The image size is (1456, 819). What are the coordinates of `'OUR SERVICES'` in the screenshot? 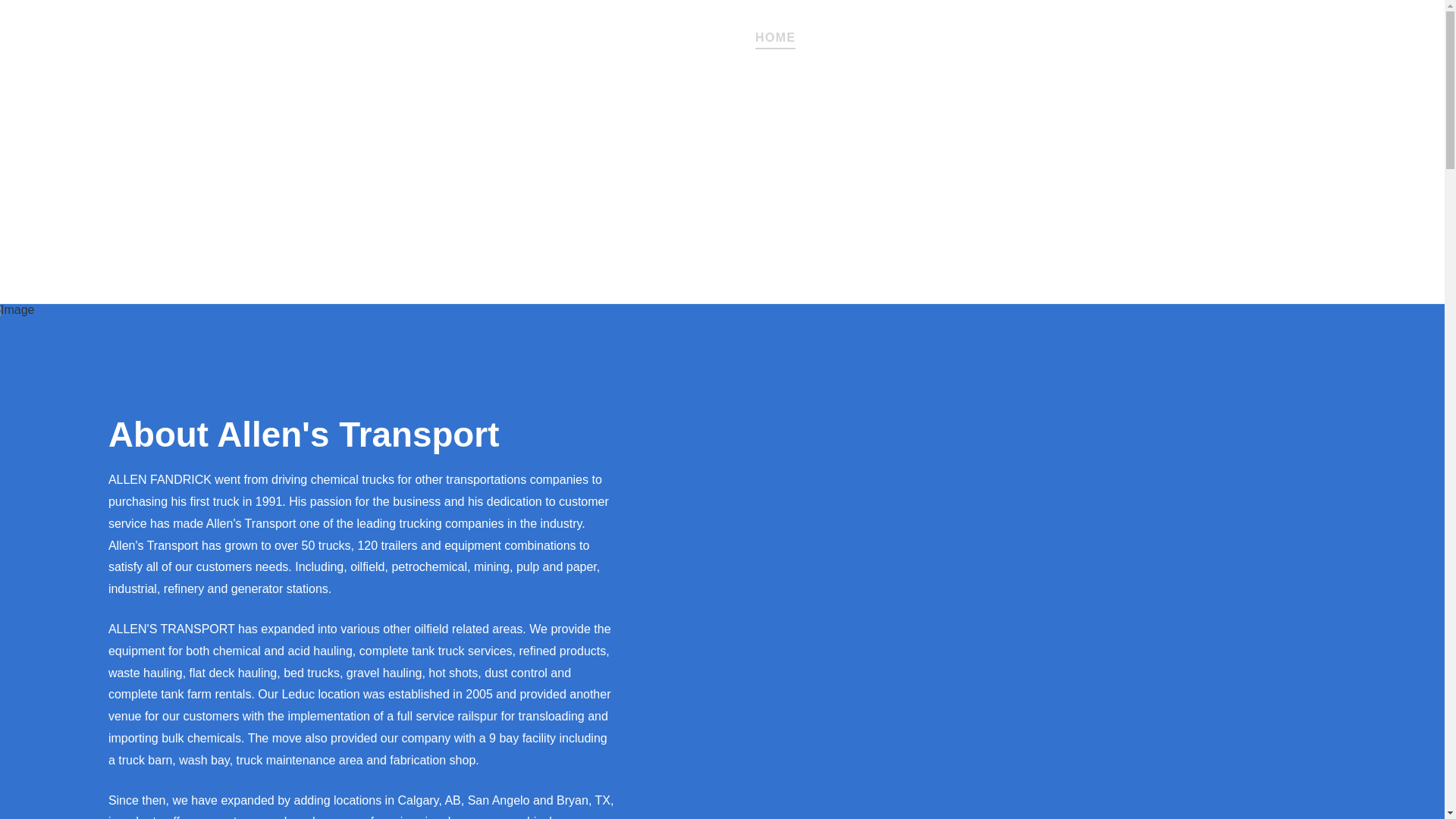 It's located at (805, 34).